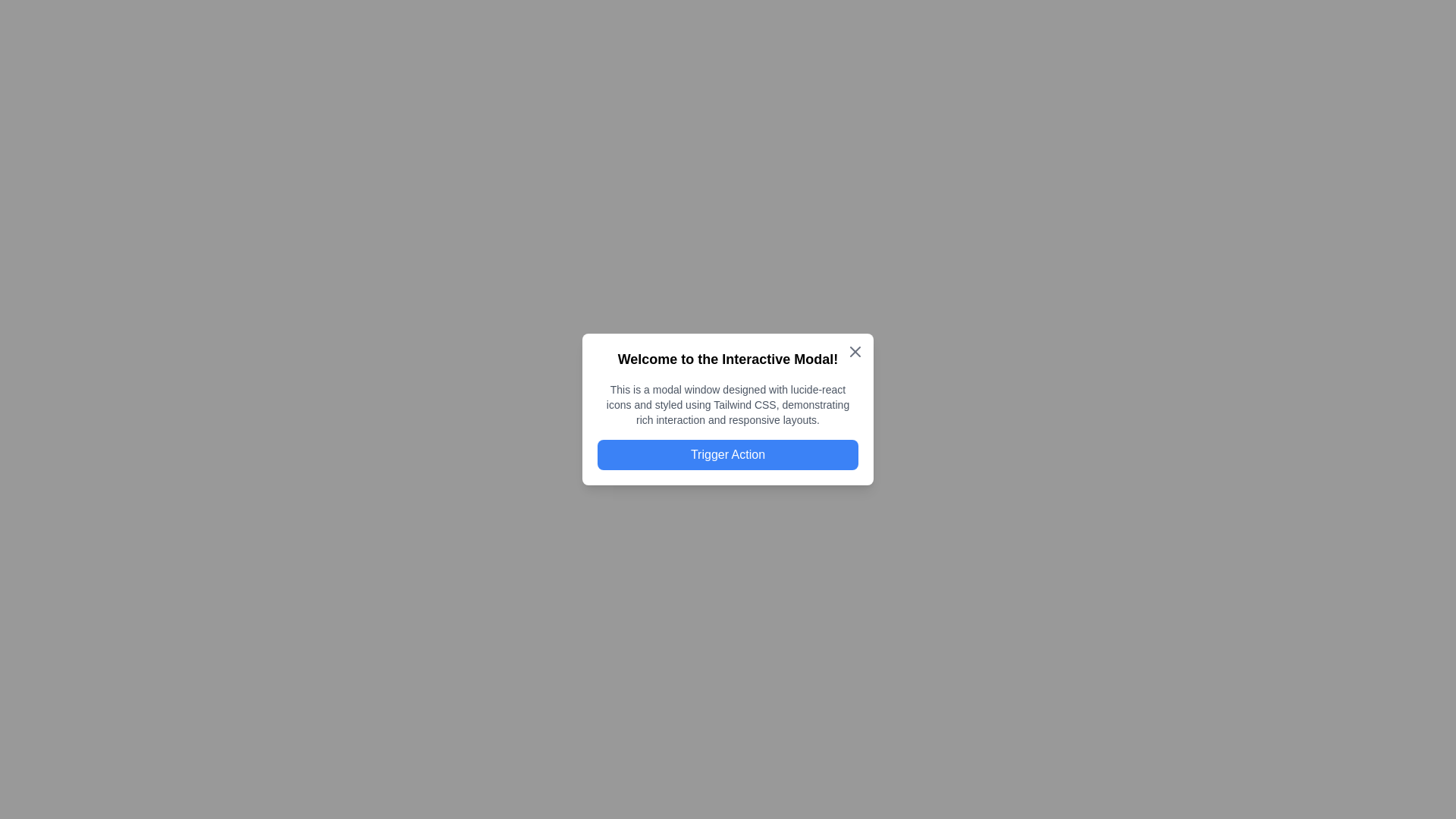  What do you see at coordinates (728, 454) in the screenshot?
I see `the button with the text 'Trigger Action', which has a blue background and white text, to observe the hover effects` at bounding box center [728, 454].